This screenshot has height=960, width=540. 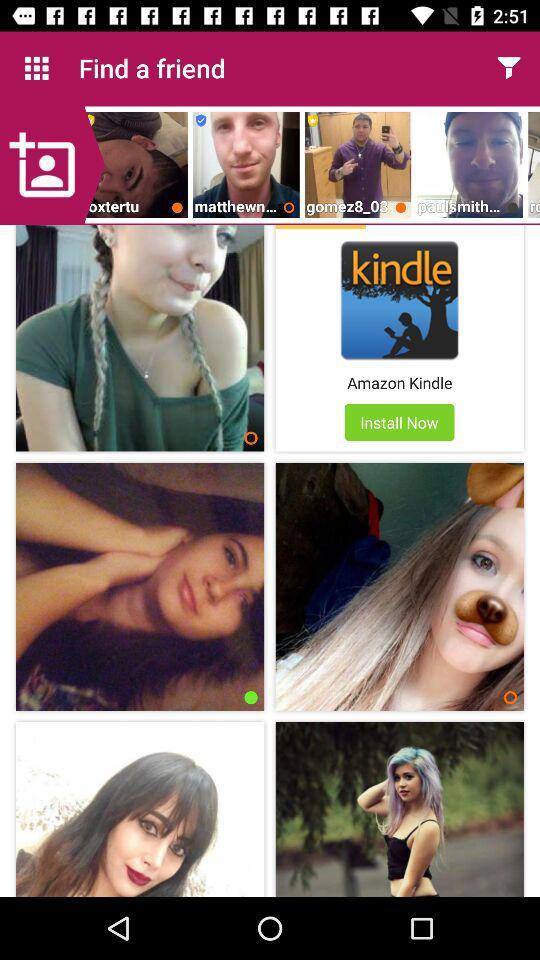 What do you see at coordinates (508, 68) in the screenshot?
I see `item to the right of the find a friend icon` at bounding box center [508, 68].